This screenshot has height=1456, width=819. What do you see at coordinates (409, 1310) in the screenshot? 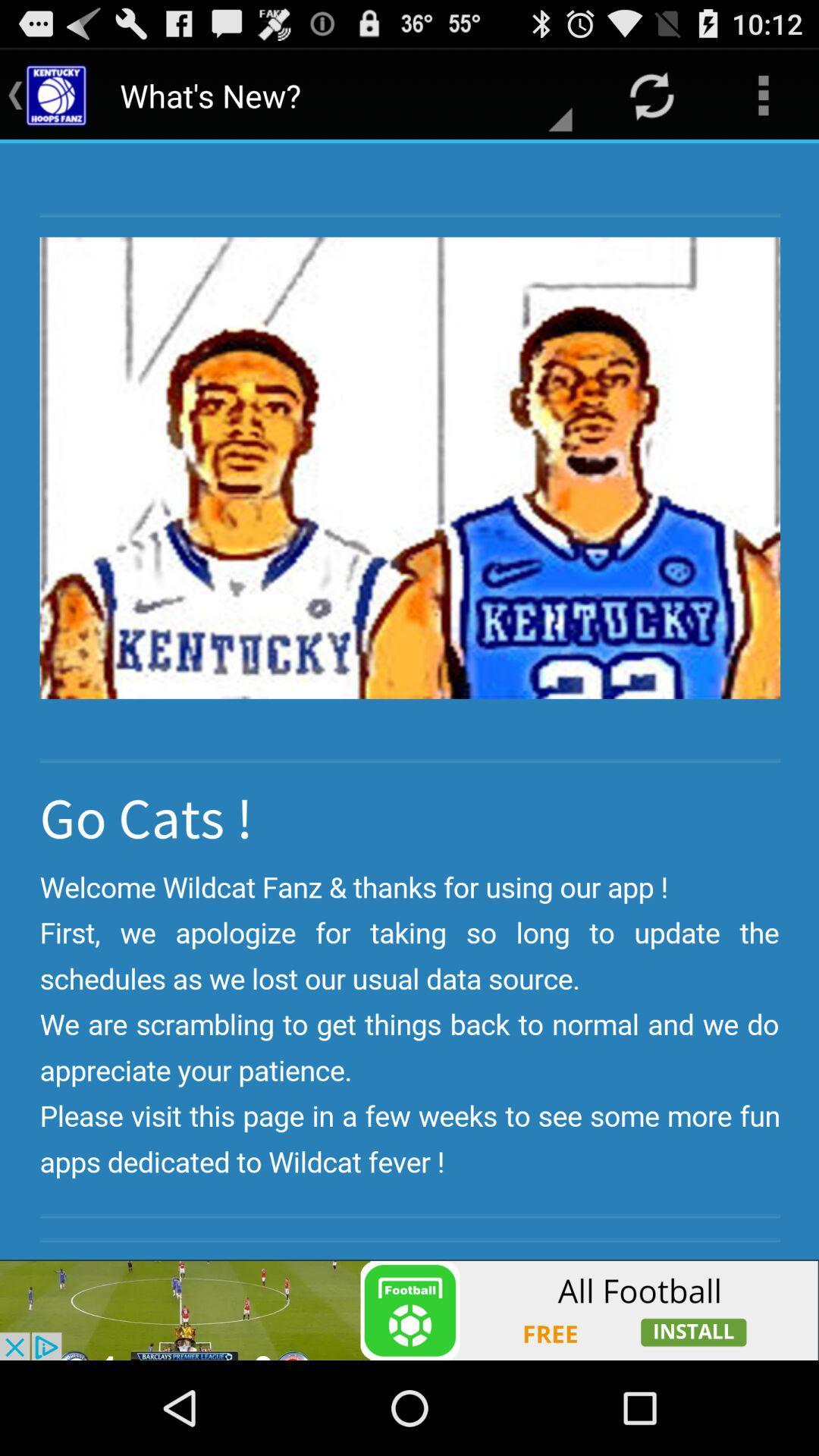
I see `advertisement` at bounding box center [409, 1310].